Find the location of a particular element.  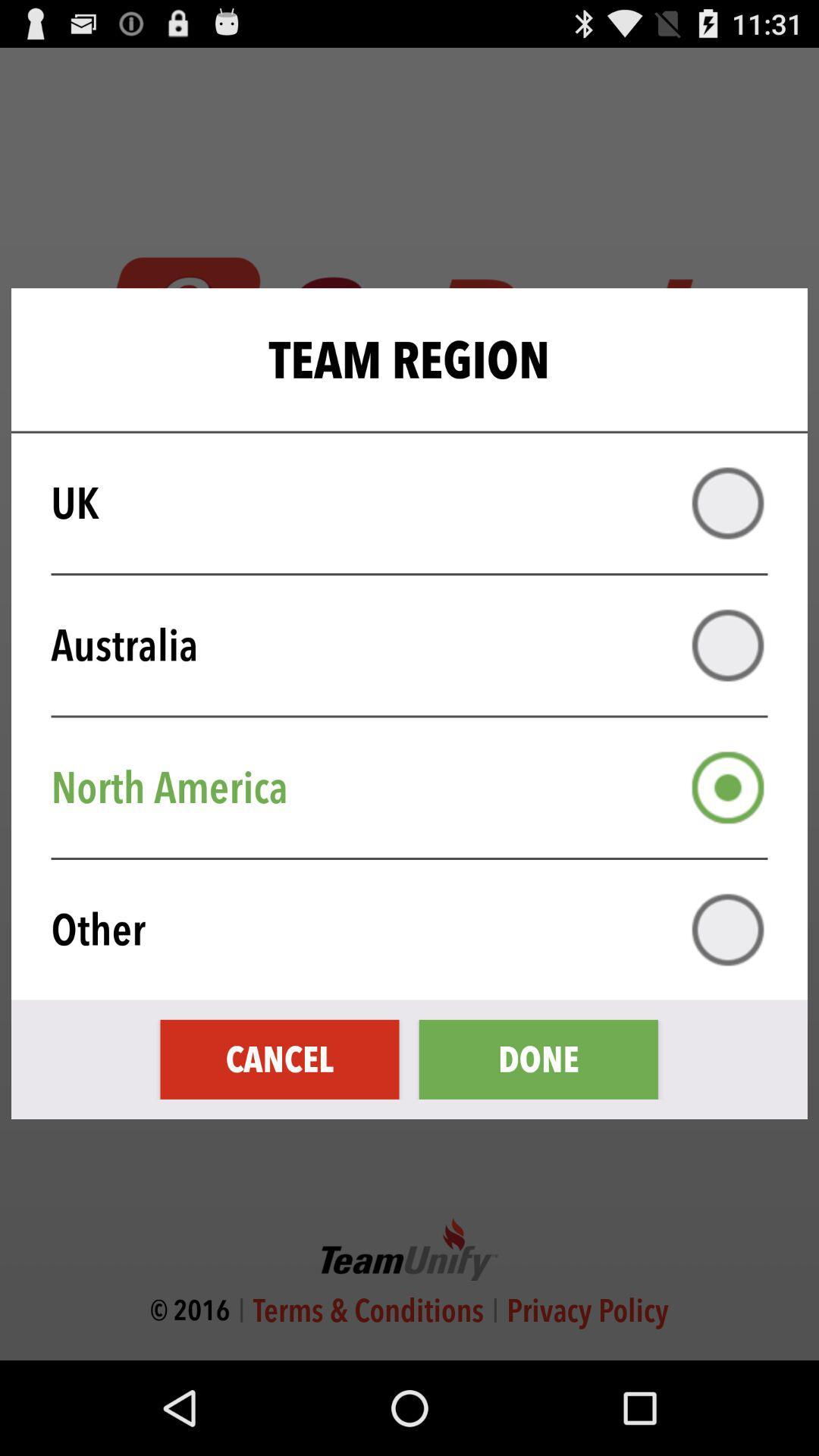

icon below the other is located at coordinates (538, 1059).